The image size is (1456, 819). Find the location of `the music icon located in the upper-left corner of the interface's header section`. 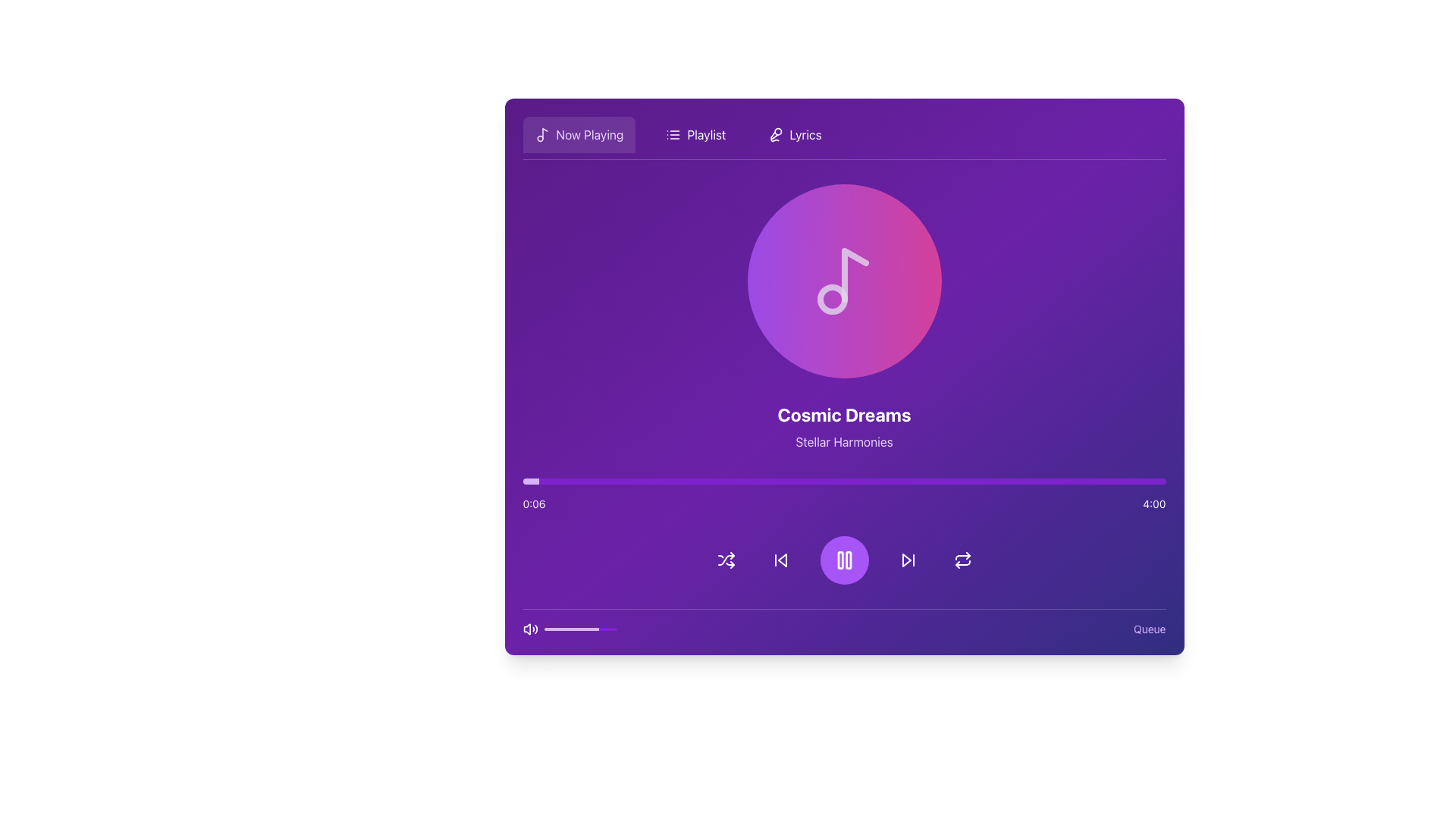

the music icon located in the upper-left corner of the interface's header section is located at coordinates (542, 133).